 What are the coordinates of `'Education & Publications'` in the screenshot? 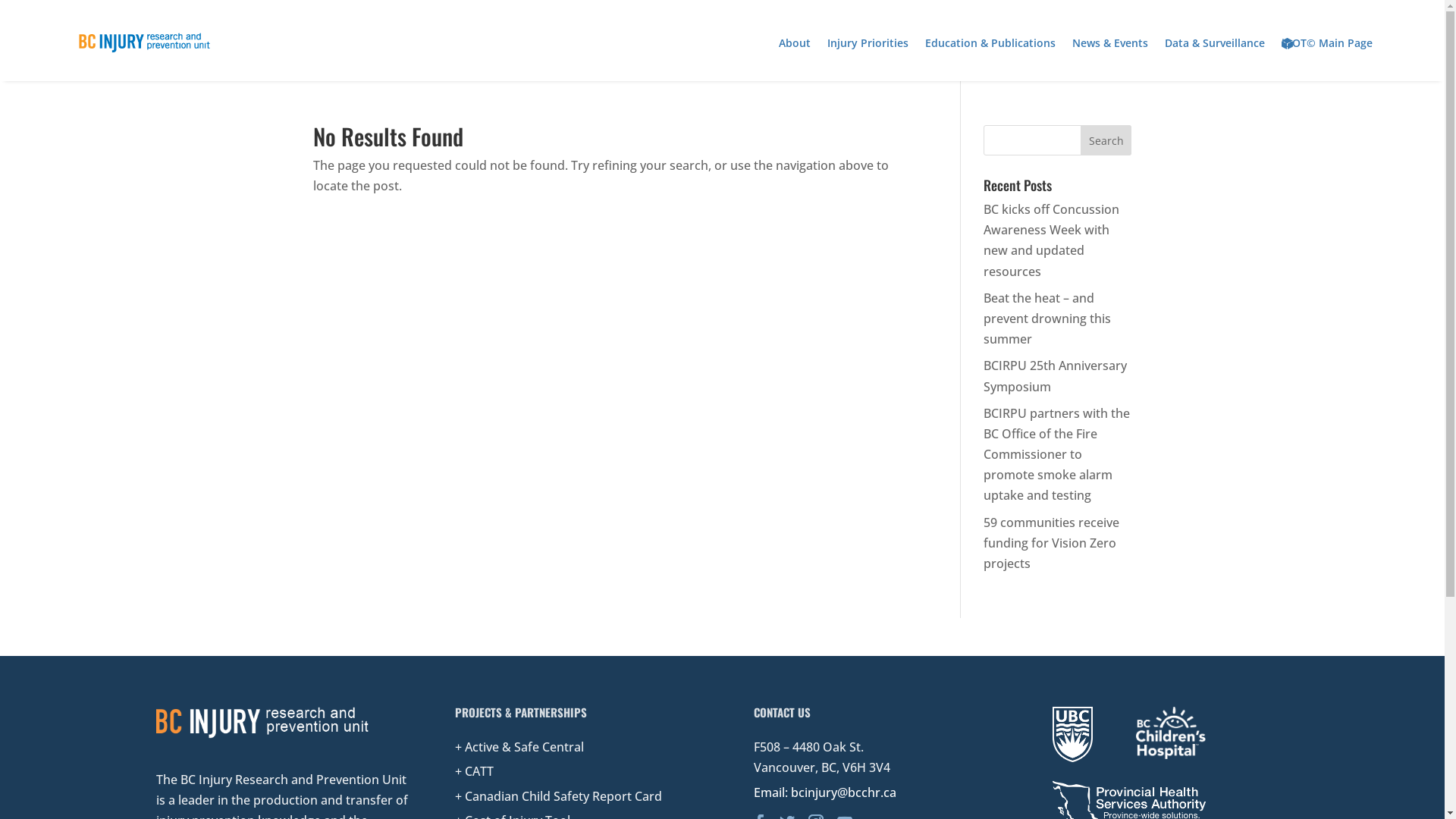 It's located at (990, 42).